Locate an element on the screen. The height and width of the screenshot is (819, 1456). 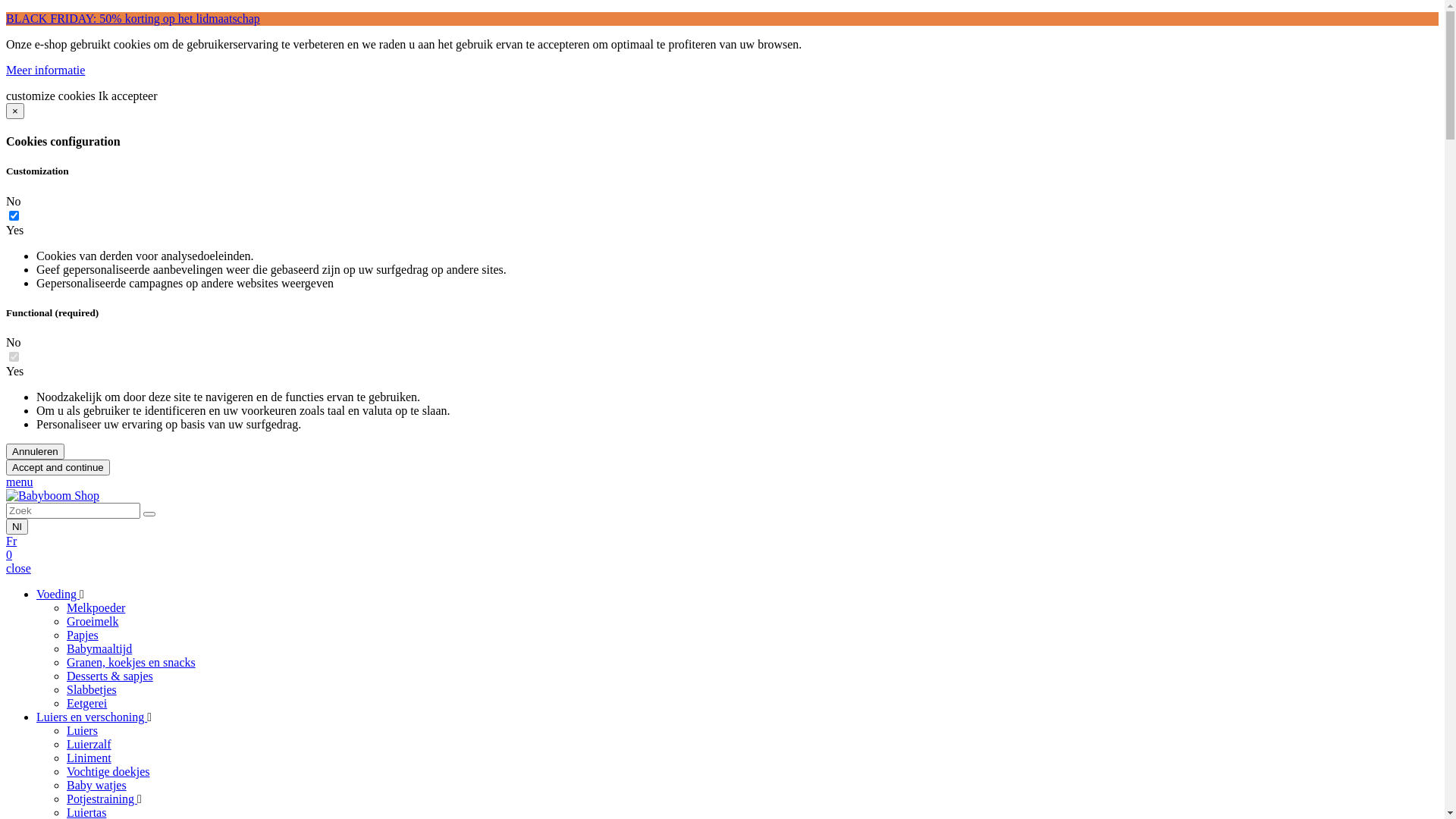
'Groeimelk' is located at coordinates (91, 621).